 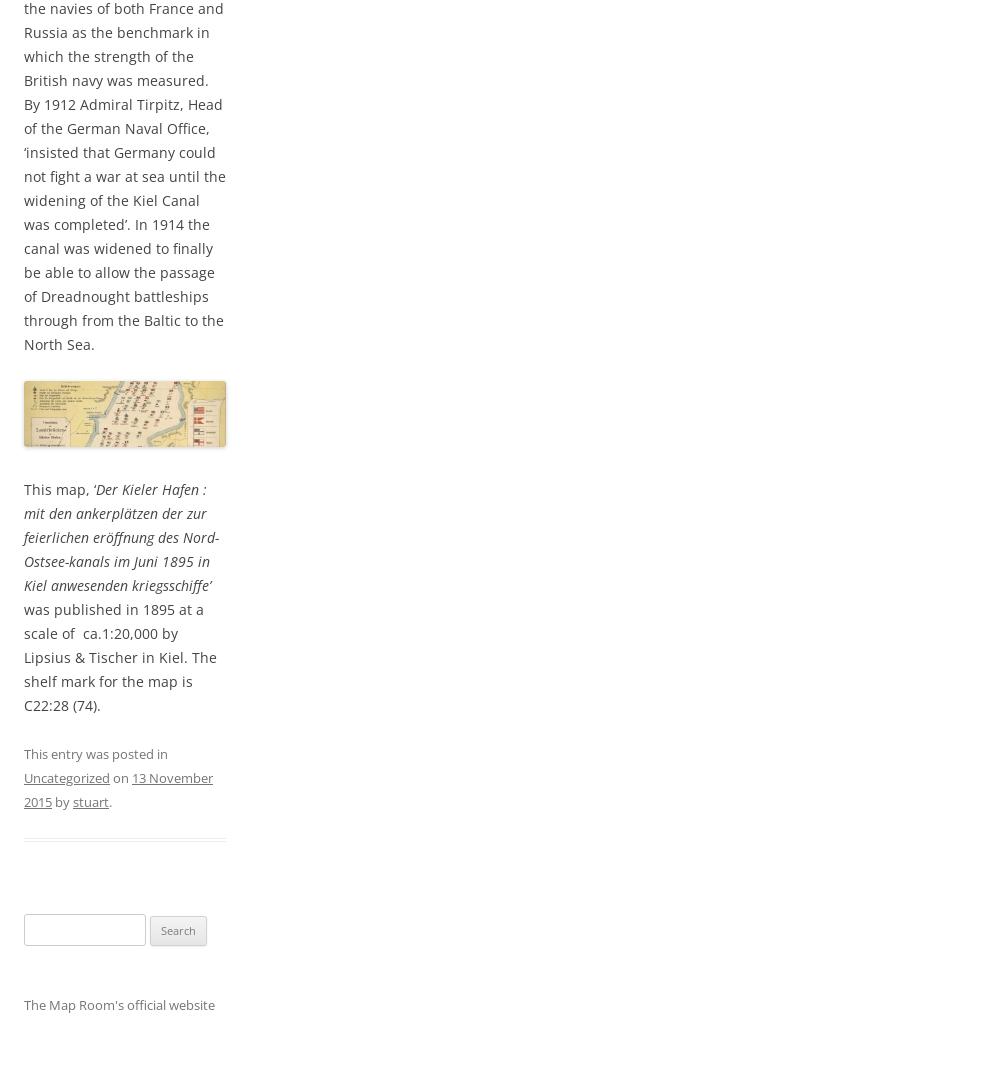 I want to click on '13 November 2015', so click(x=118, y=790).